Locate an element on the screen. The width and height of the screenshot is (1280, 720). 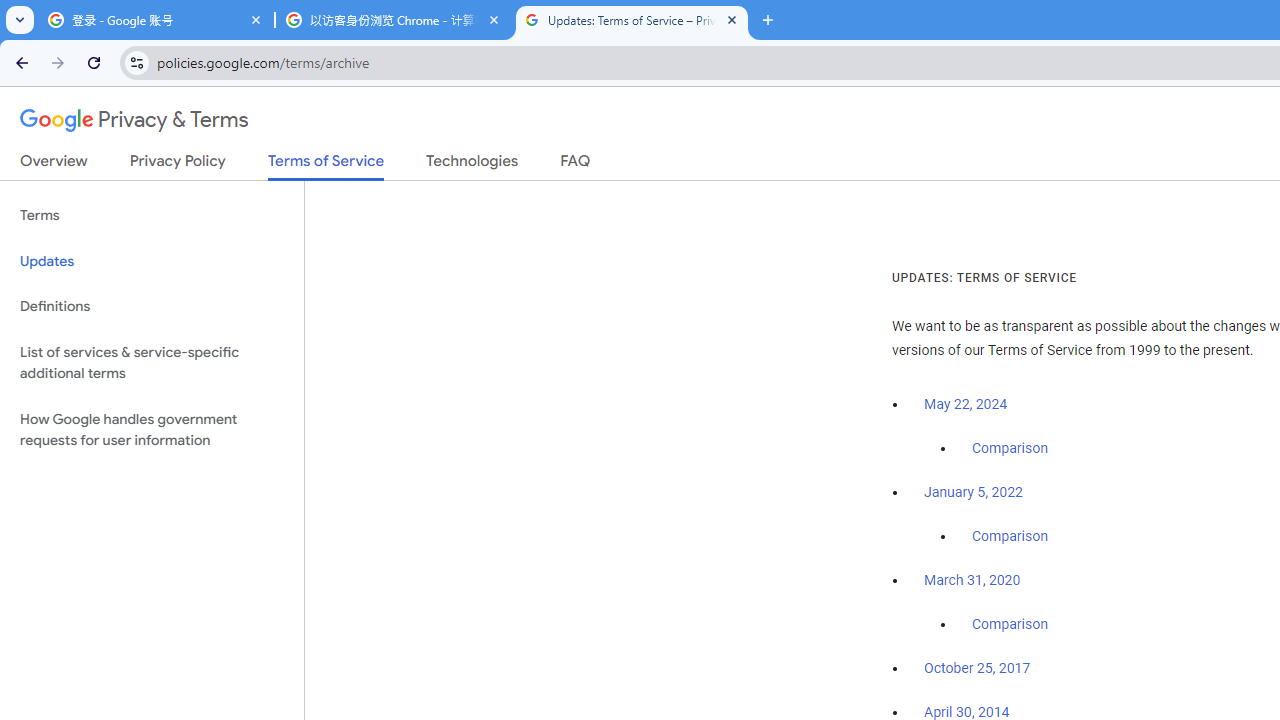
'May 22, 2024' is located at coordinates (966, 405).